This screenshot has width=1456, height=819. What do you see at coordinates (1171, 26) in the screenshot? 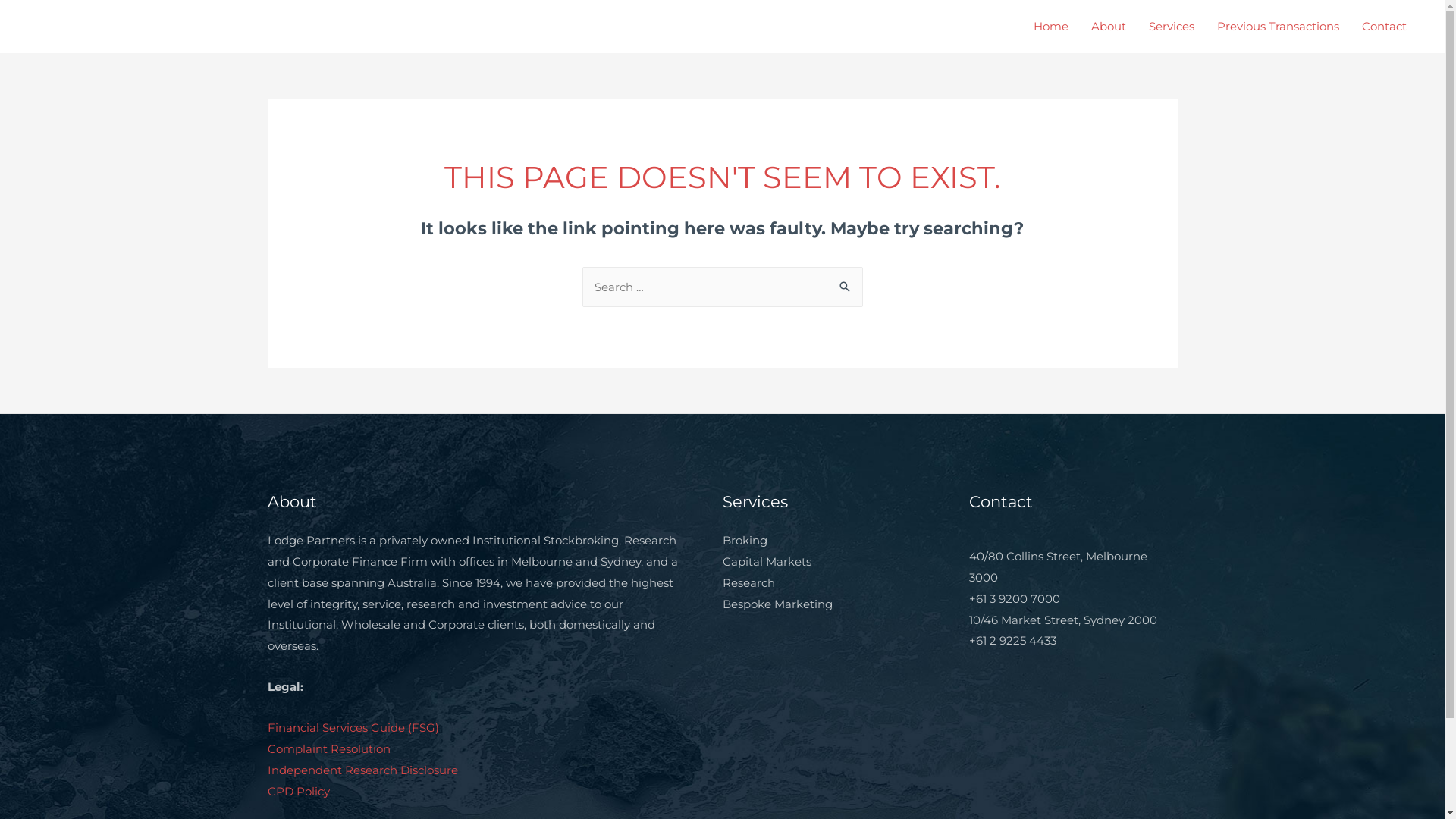
I see `'Services'` at bounding box center [1171, 26].